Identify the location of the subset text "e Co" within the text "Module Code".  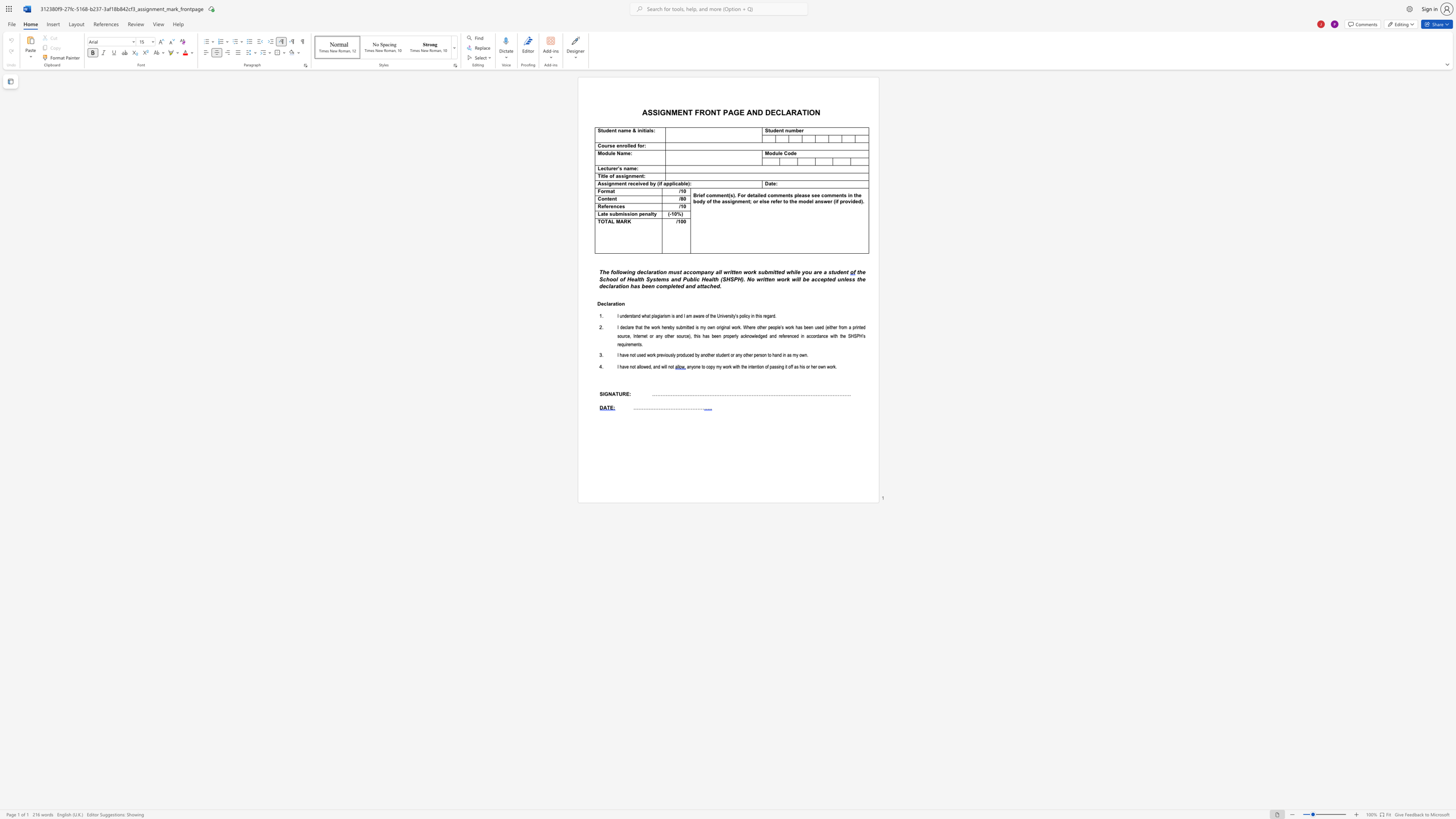
(779, 153).